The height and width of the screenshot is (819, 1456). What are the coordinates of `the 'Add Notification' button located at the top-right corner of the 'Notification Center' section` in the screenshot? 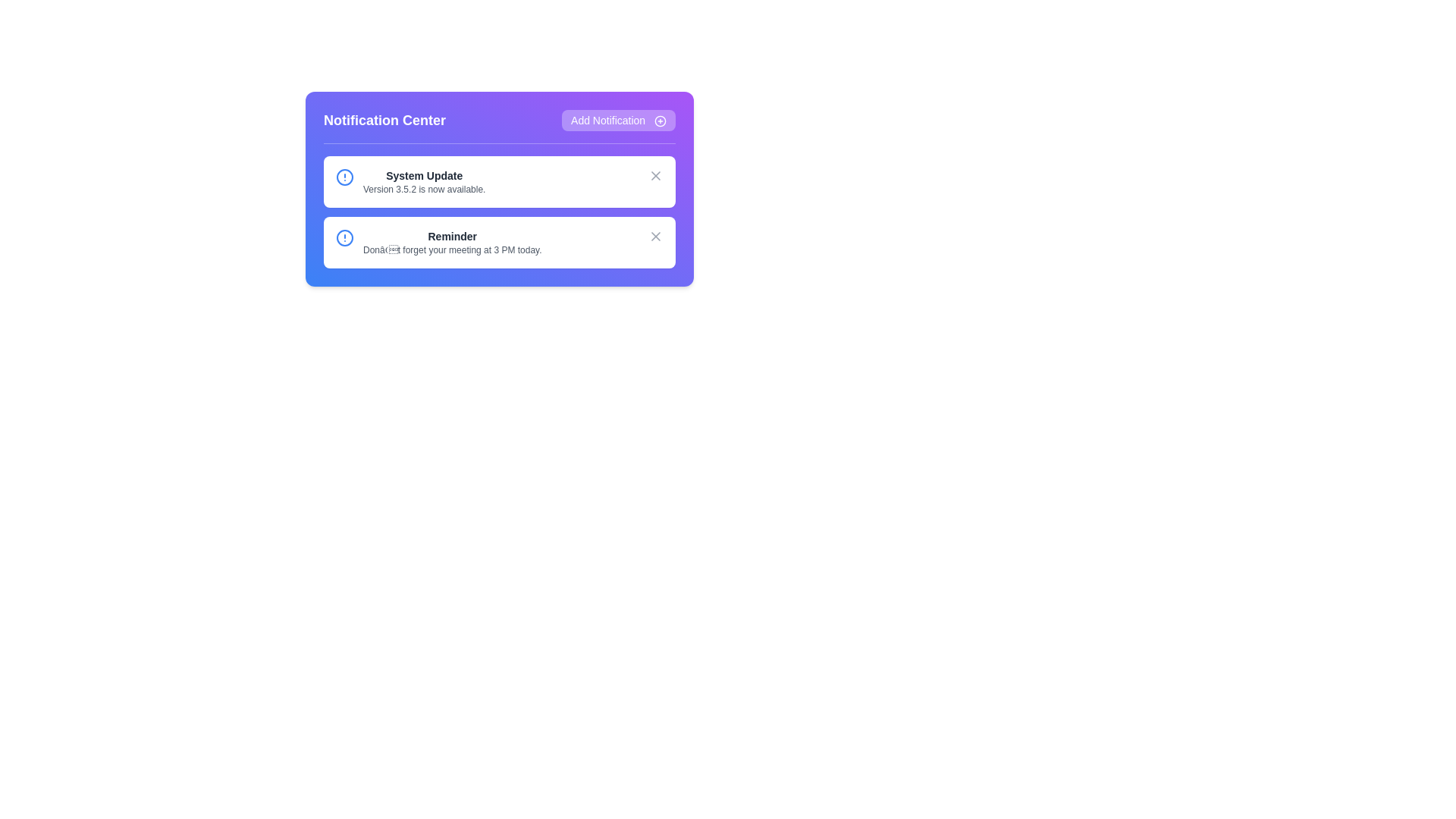 It's located at (619, 119).